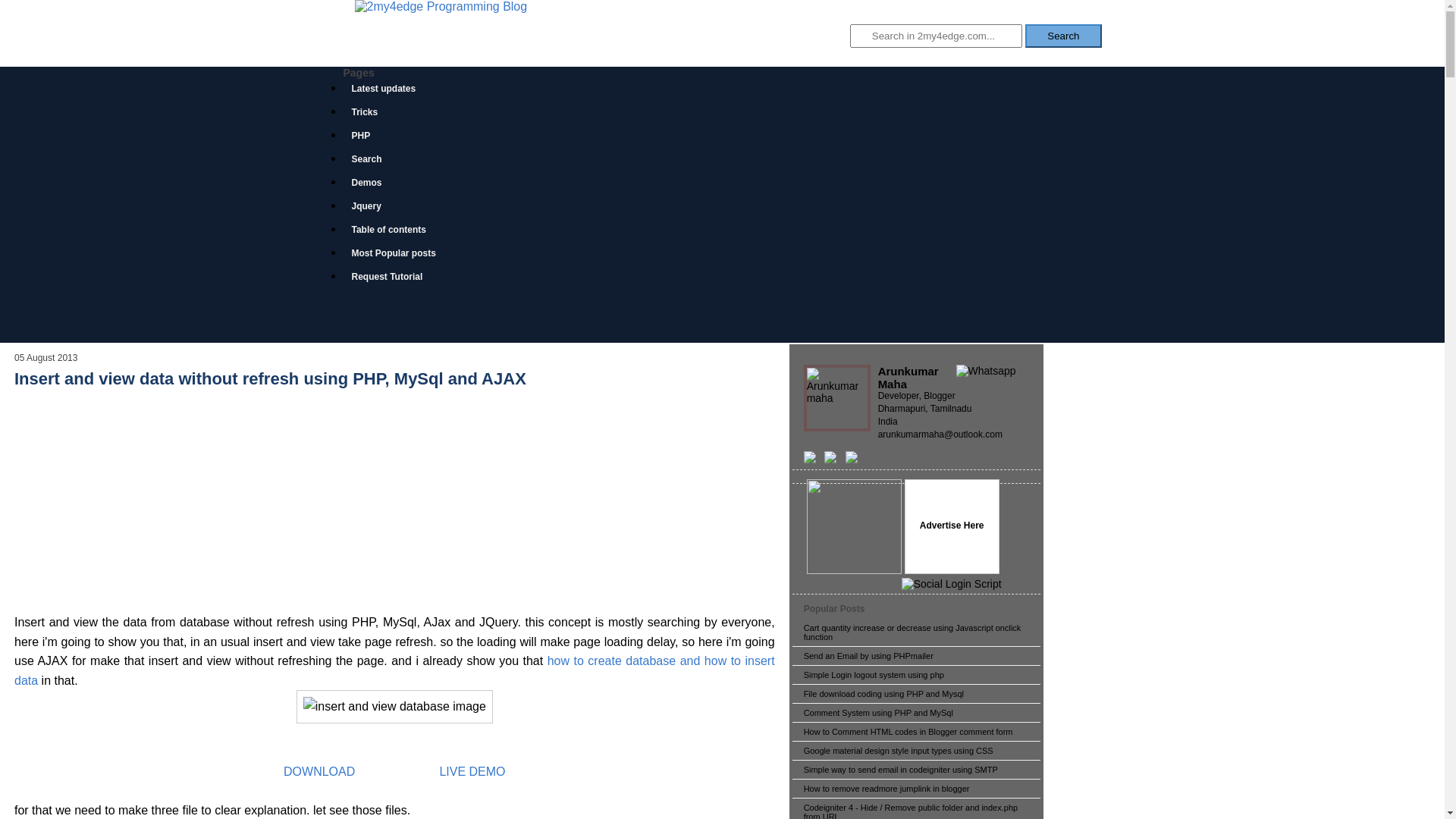 The height and width of the screenshot is (819, 1456). What do you see at coordinates (874, 674) in the screenshot?
I see `'Simple Login logout system using php'` at bounding box center [874, 674].